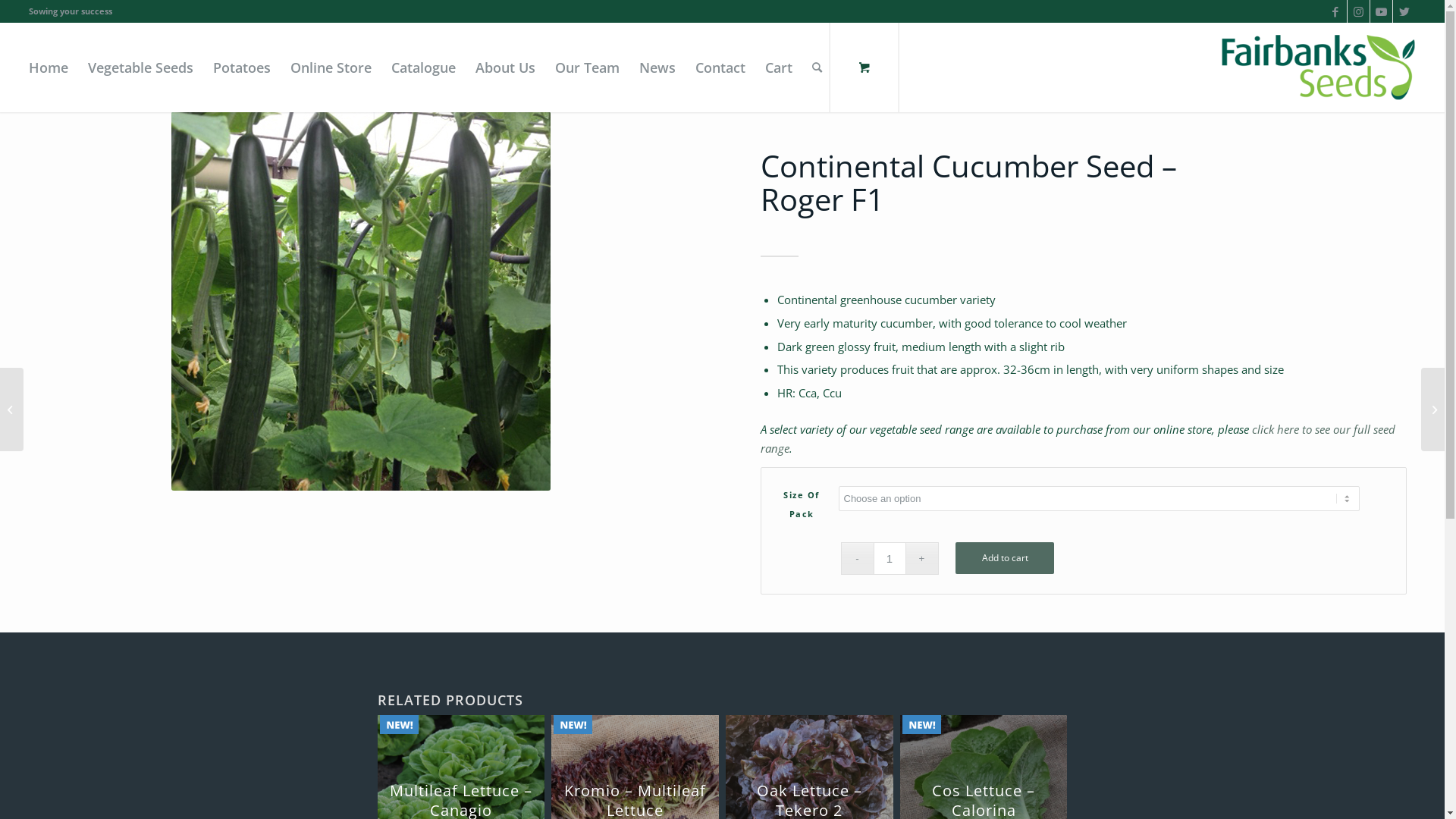  What do you see at coordinates (423, 66) in the screenshot?
I see `'Catalogue'` at bounding box center [423, 66].